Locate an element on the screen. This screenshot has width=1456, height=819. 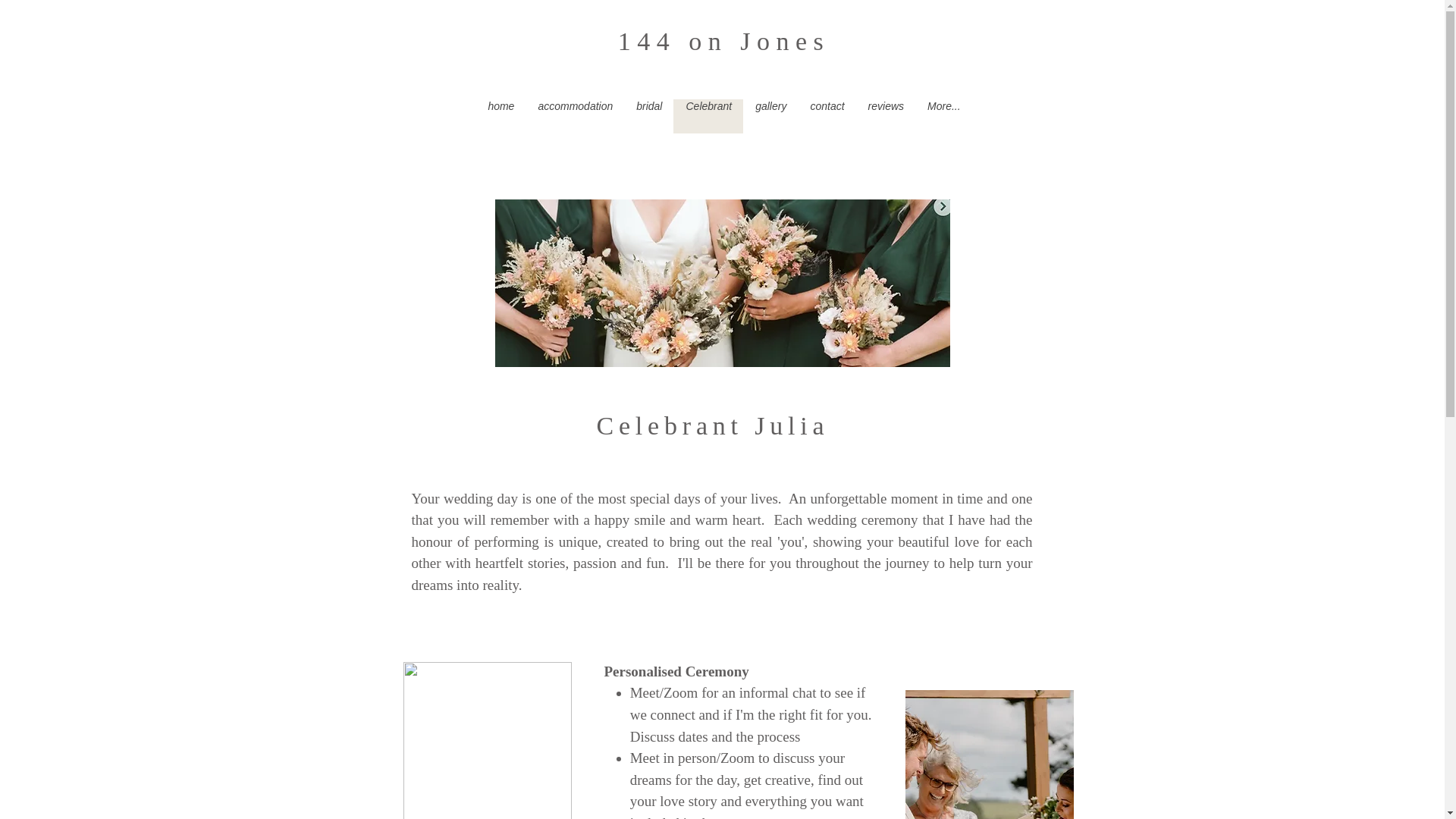
'home' is located at coordinates (500, 115).